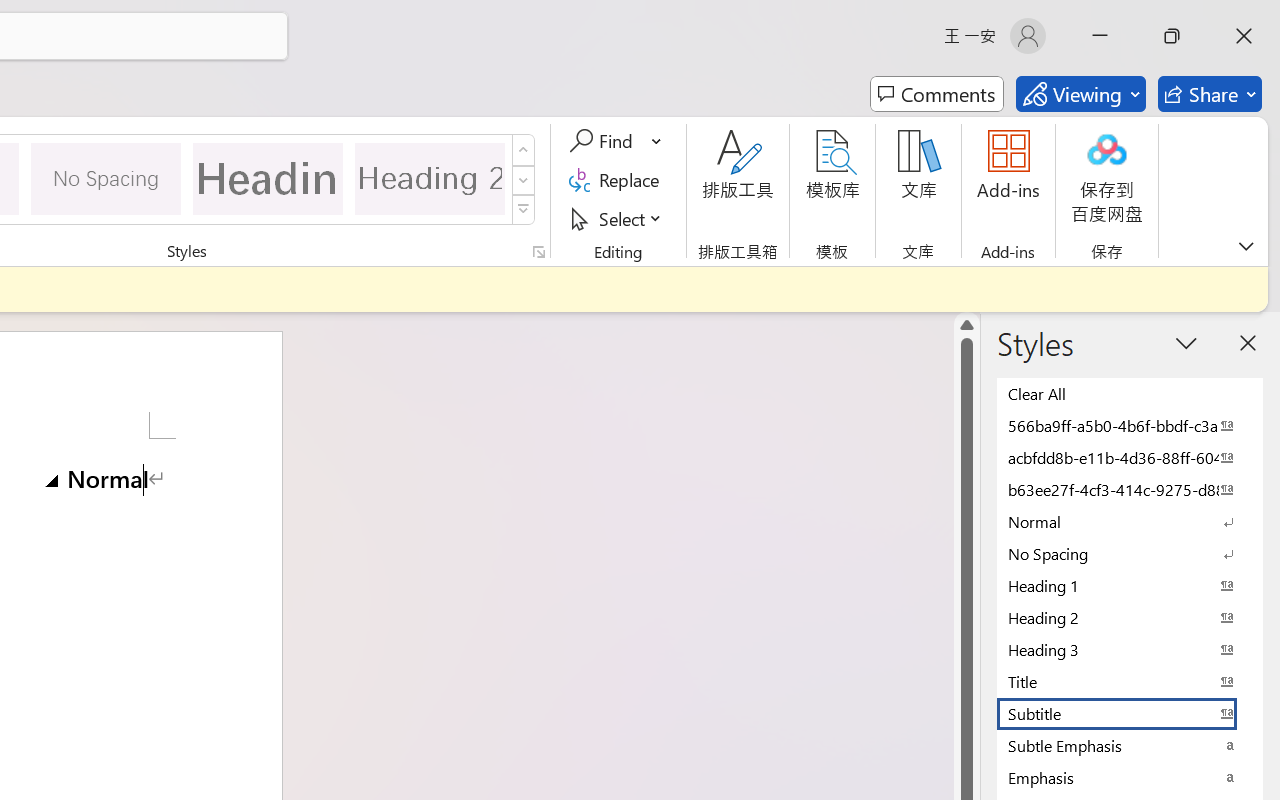 The width and height of the screenshot is (1280, 800). I want to click on 'Title', so click(1130, 681).